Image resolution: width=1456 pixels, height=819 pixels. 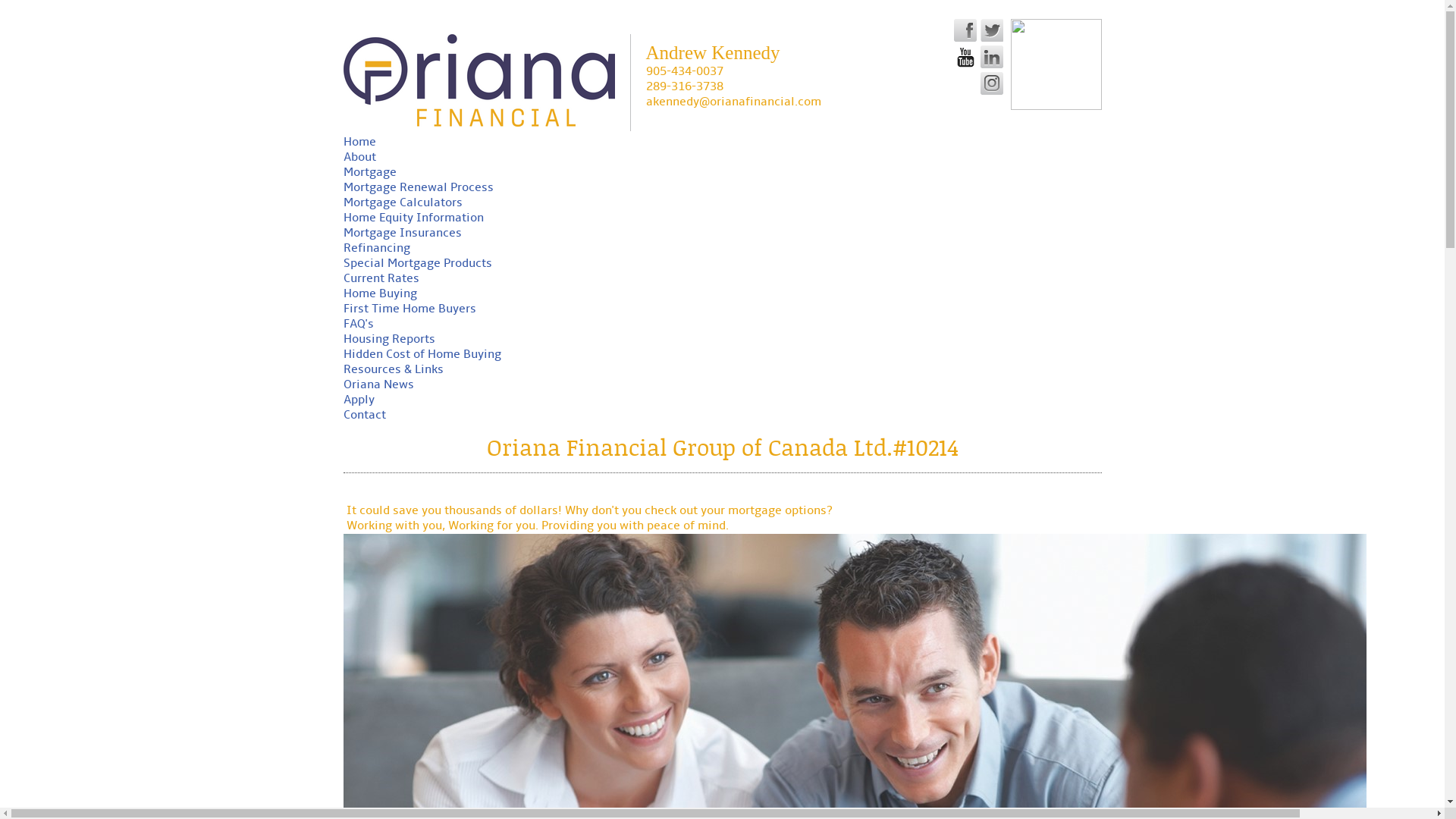 What do you see at coordinates (379, 294) in the screenshot?
I see `'Home Buying'` at bounding box center [379, 294].